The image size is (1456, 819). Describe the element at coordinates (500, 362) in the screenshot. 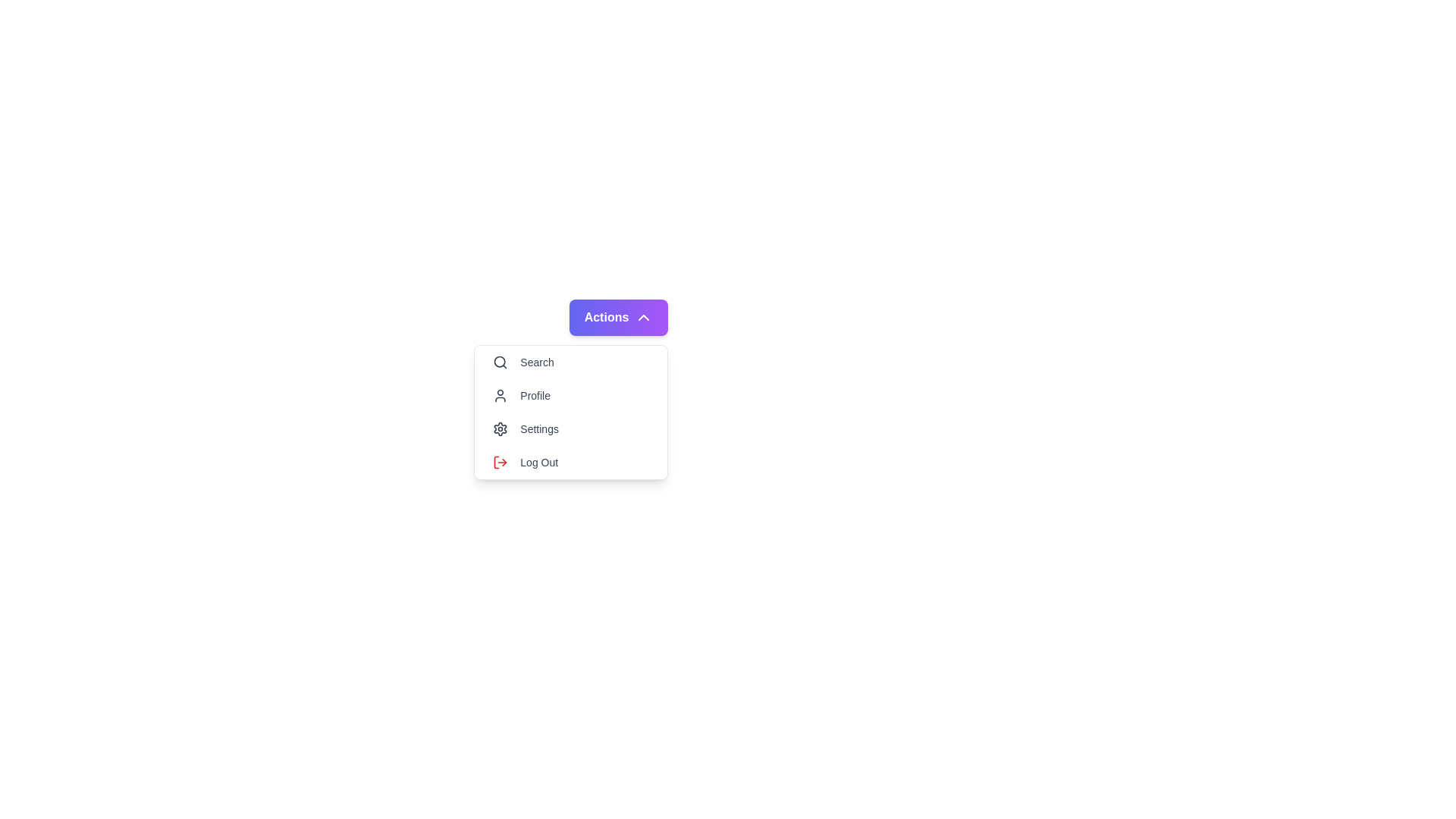

I see `the magnifying glass icon with a gray outline located to the left of the 'Search' text in the first menu entry` at that location.